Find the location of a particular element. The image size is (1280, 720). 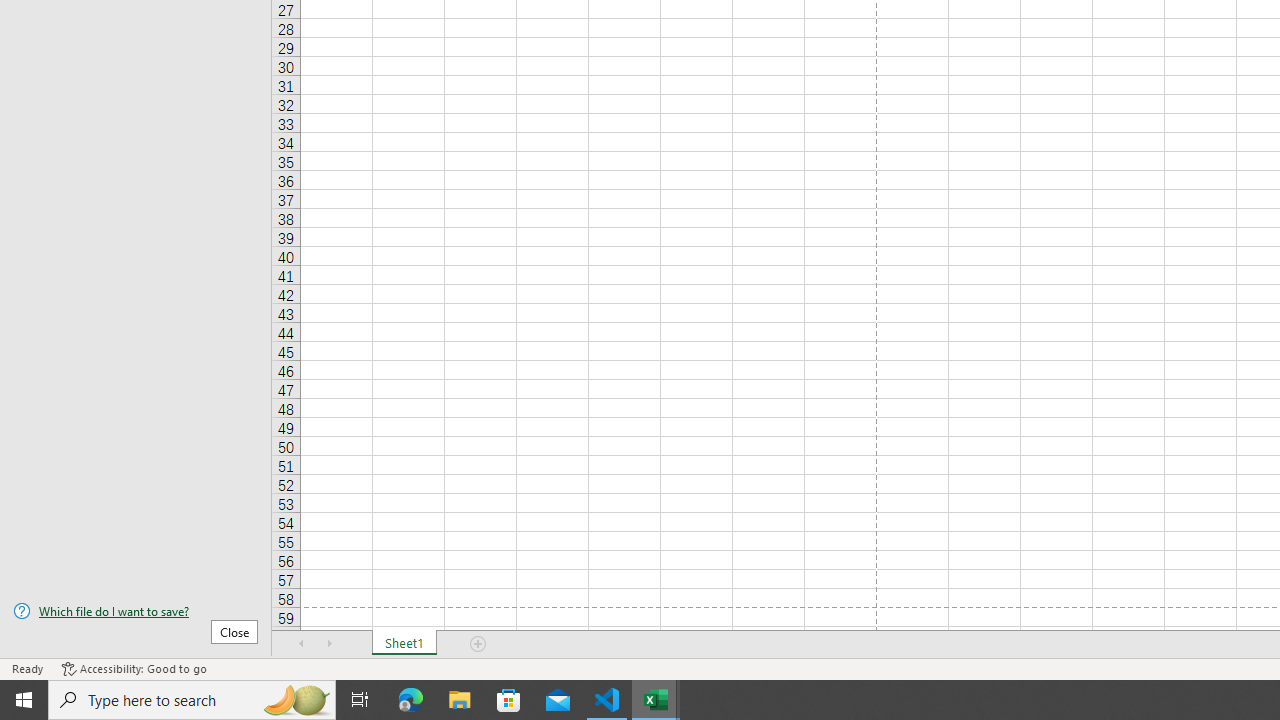

'Task View' is located at coordinates (359, 698).